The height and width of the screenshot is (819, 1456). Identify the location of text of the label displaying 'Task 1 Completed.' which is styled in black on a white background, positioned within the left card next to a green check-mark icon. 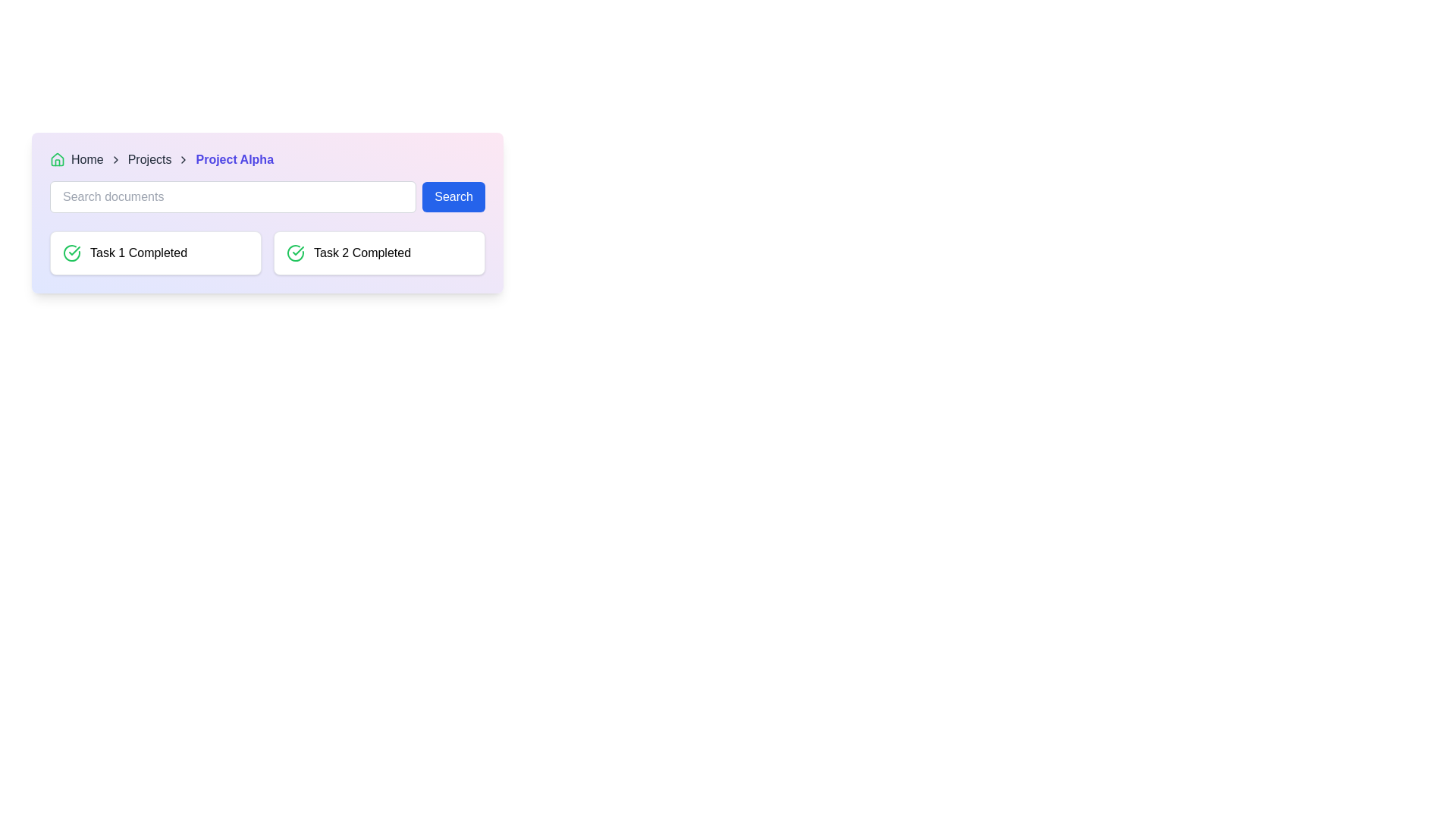
(138, 253).